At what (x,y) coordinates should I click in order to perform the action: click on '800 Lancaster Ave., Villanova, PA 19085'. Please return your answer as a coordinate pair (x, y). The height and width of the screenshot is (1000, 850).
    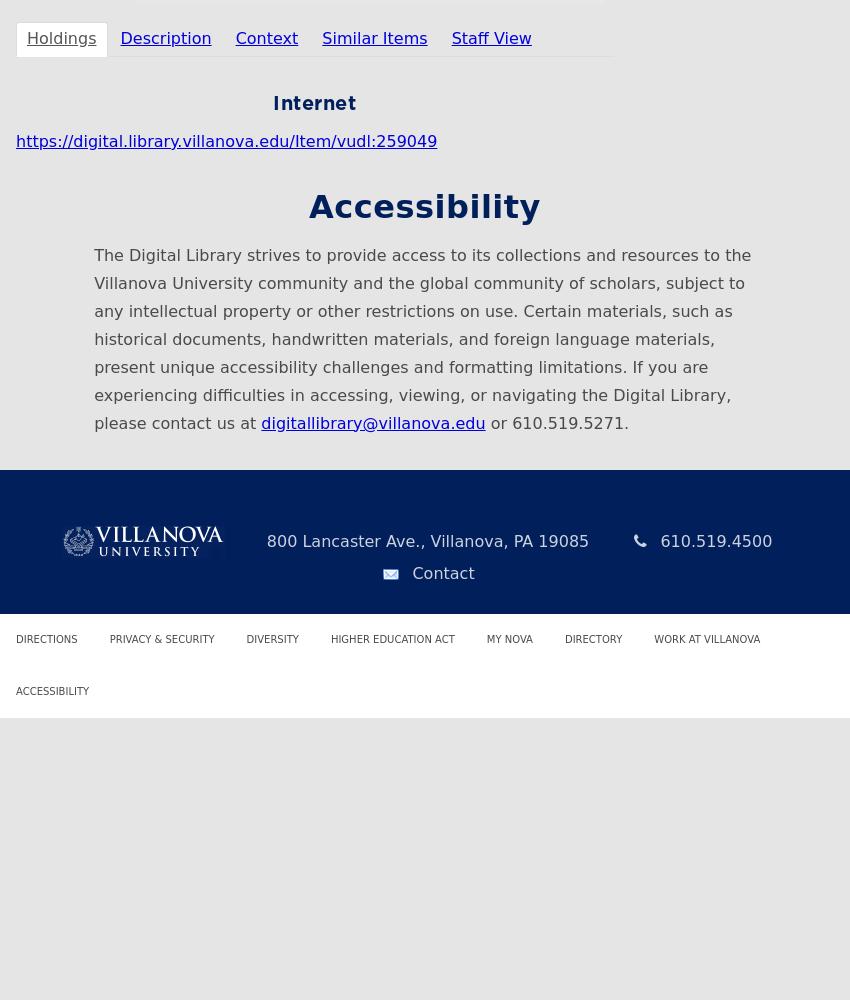
    Looking at the image, I should click on (260, 540).